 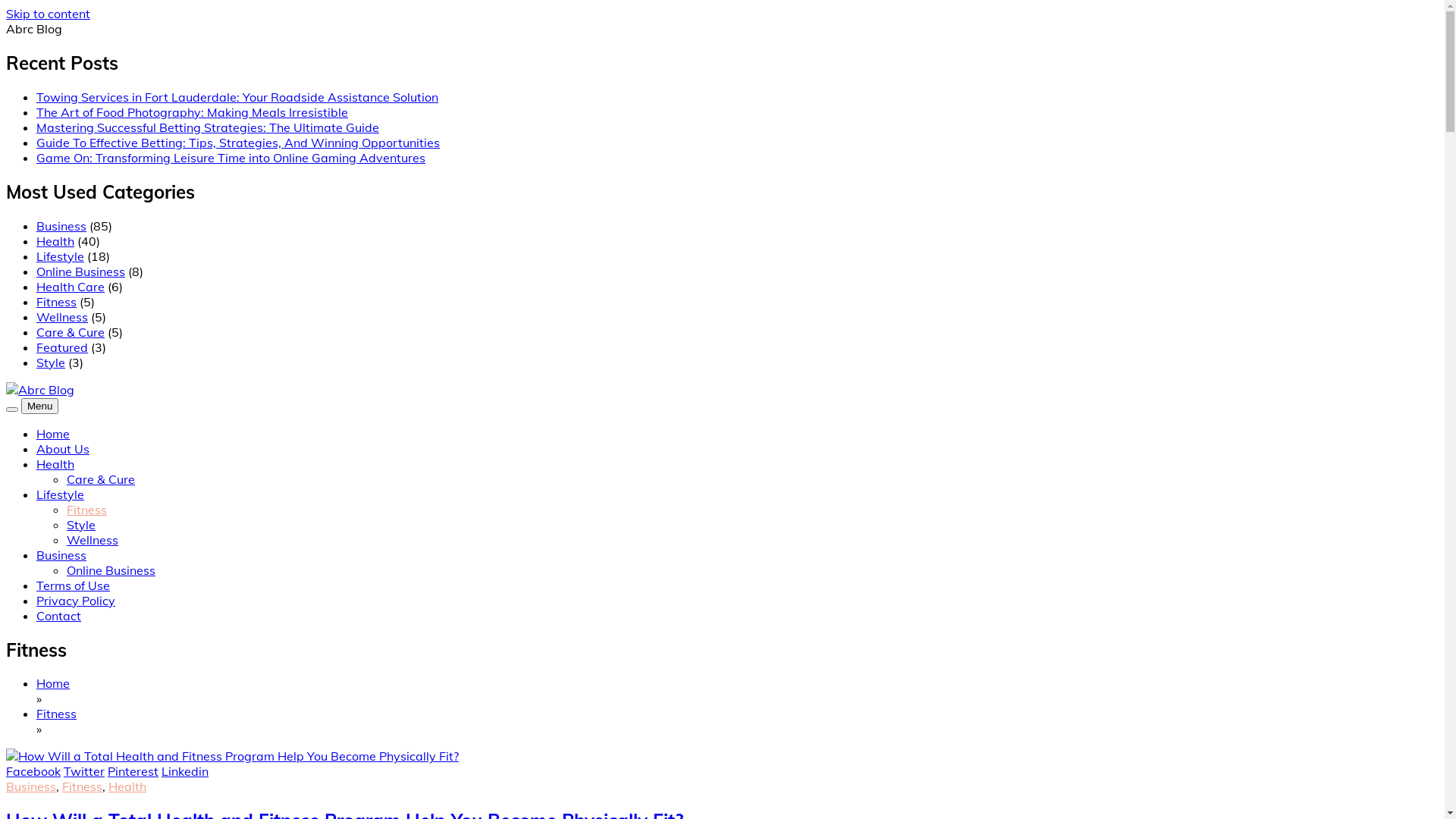 I want to click on 'Featured', so click(x=61, y=347).